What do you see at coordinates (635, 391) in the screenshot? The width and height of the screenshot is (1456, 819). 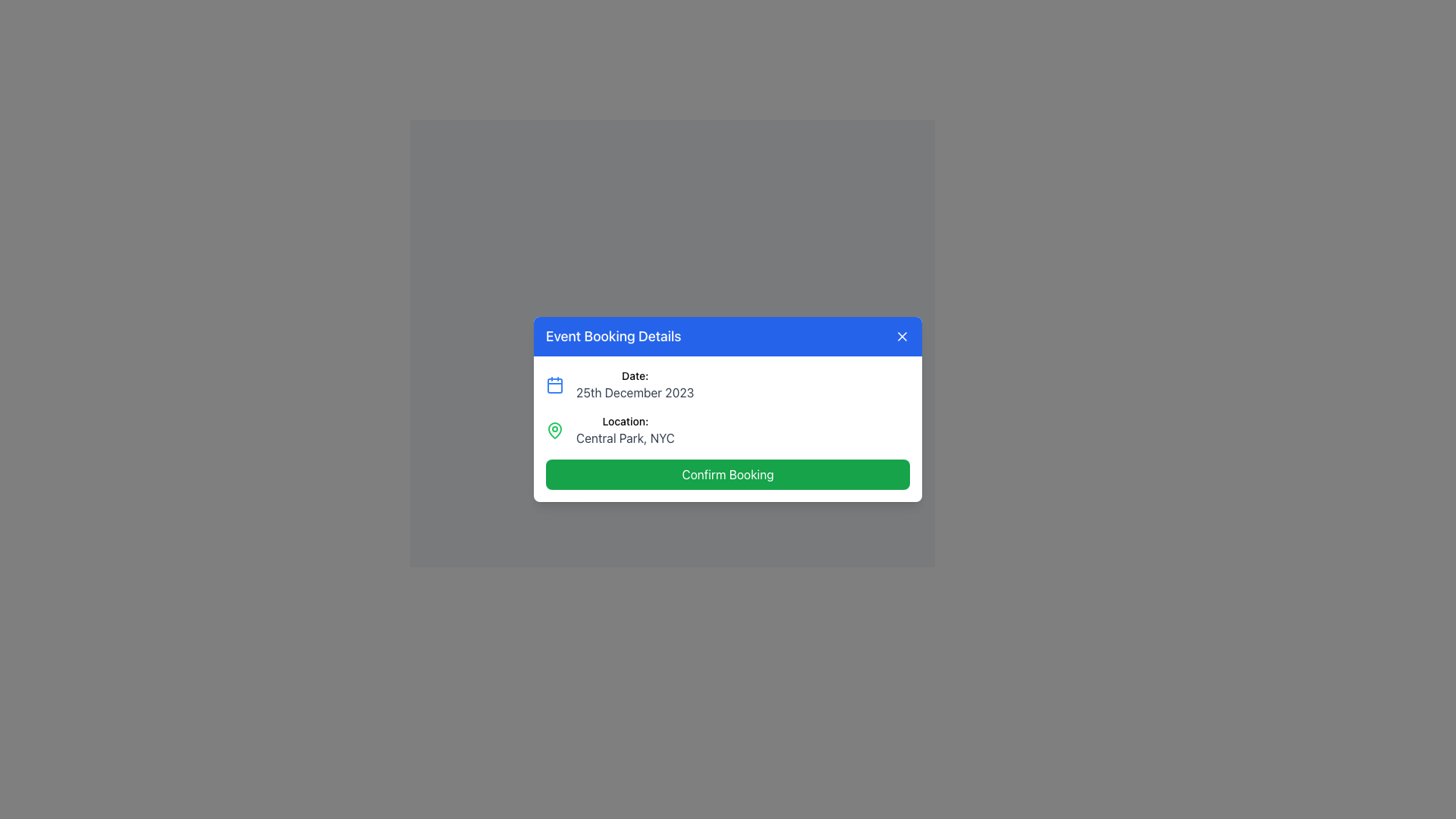 I see `the text display showing '25th December 2023' which is located next to the 'Date:' label within the 'Event Booking Details' modal dialog` at bounding box center [635, 391].